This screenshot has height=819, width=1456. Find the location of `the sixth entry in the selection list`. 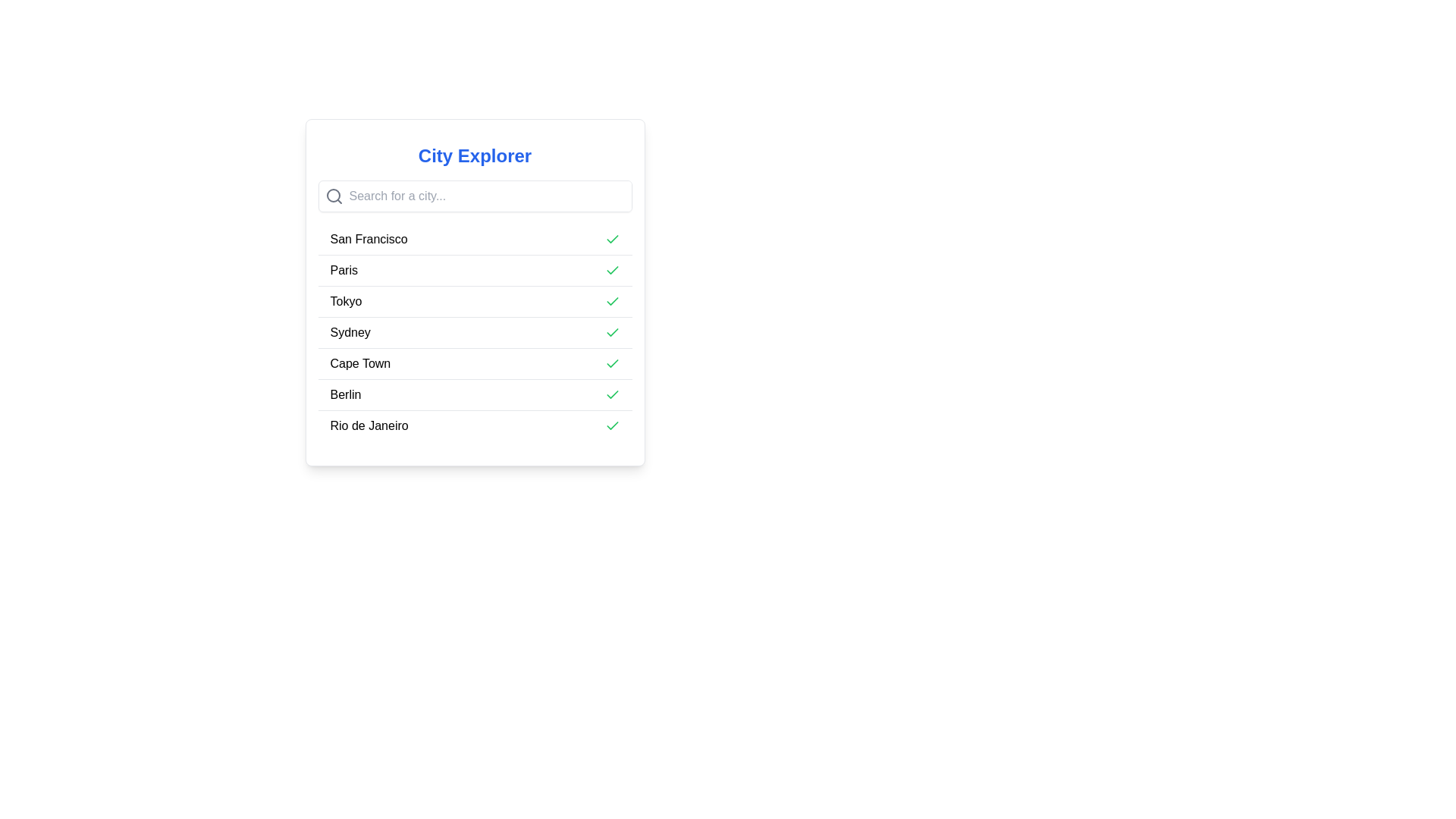

the sixth entry in the selection list is located at coordinates (474, 394).